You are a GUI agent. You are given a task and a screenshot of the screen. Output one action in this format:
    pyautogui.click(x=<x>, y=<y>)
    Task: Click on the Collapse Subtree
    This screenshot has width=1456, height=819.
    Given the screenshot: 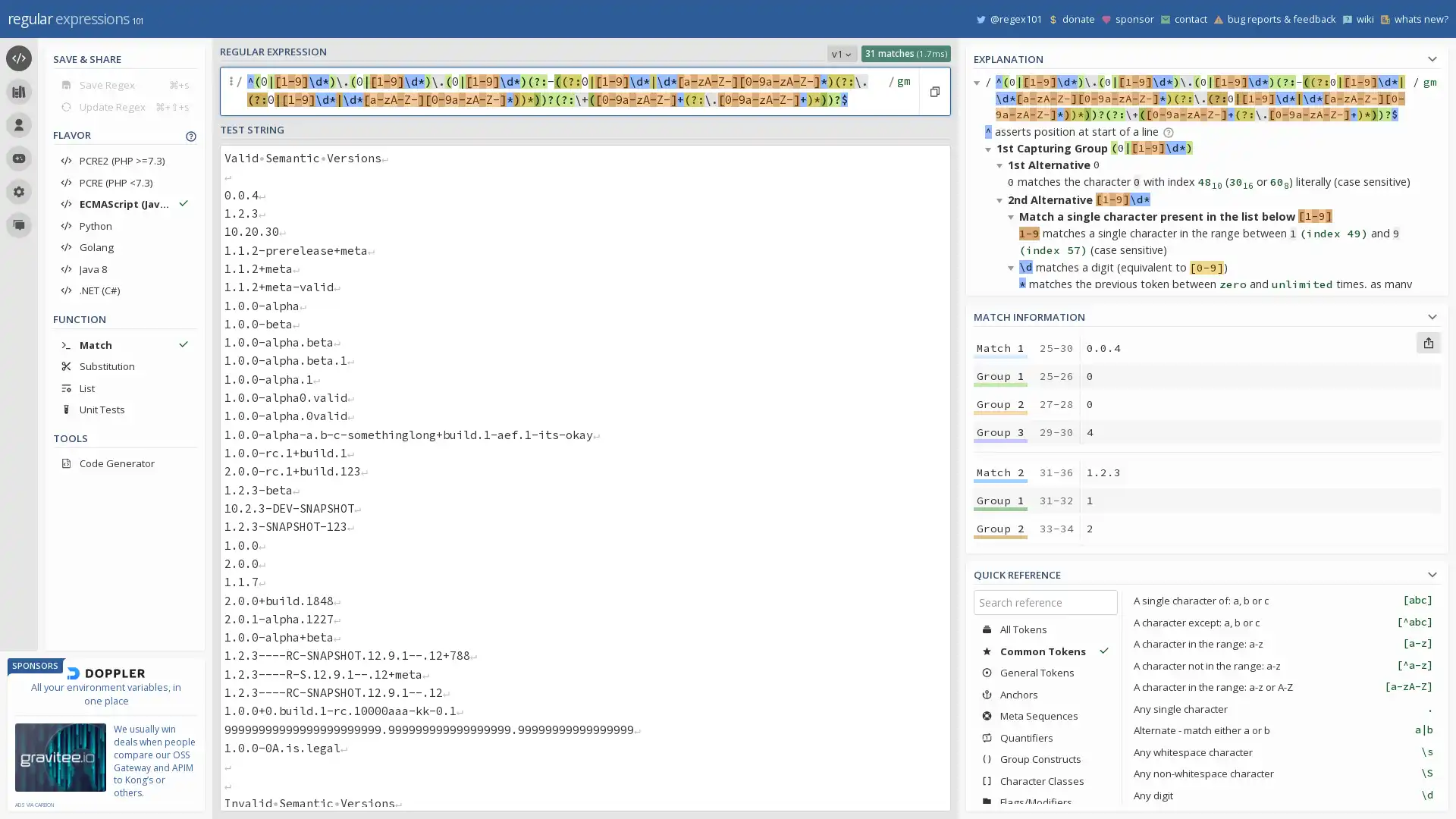 What is the action you would take?
    pyautogui.click(x=1013, y=593)
    